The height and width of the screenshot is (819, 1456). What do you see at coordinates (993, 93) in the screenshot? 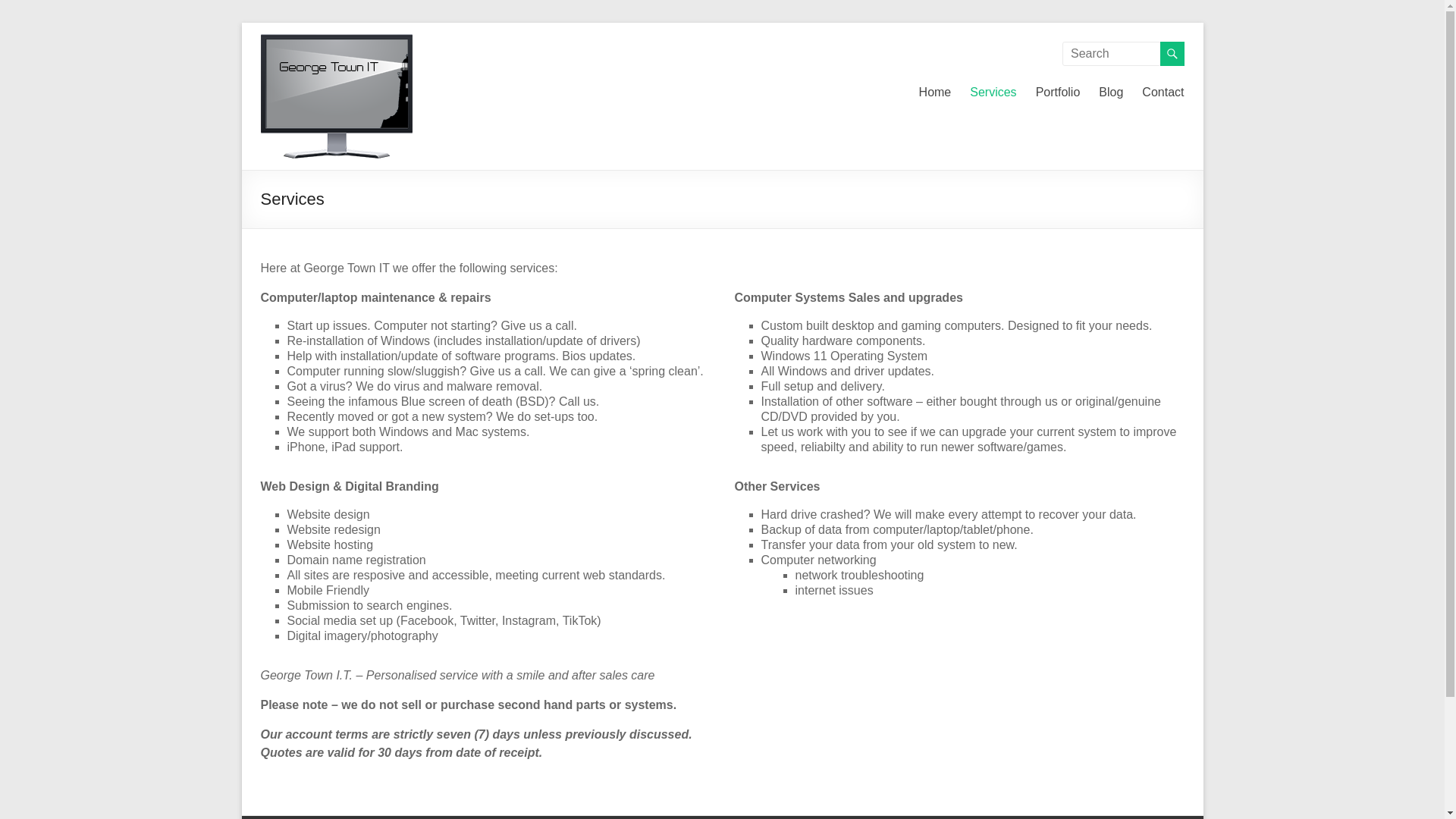
I see `'Services'` at bounding box center [993, 93].